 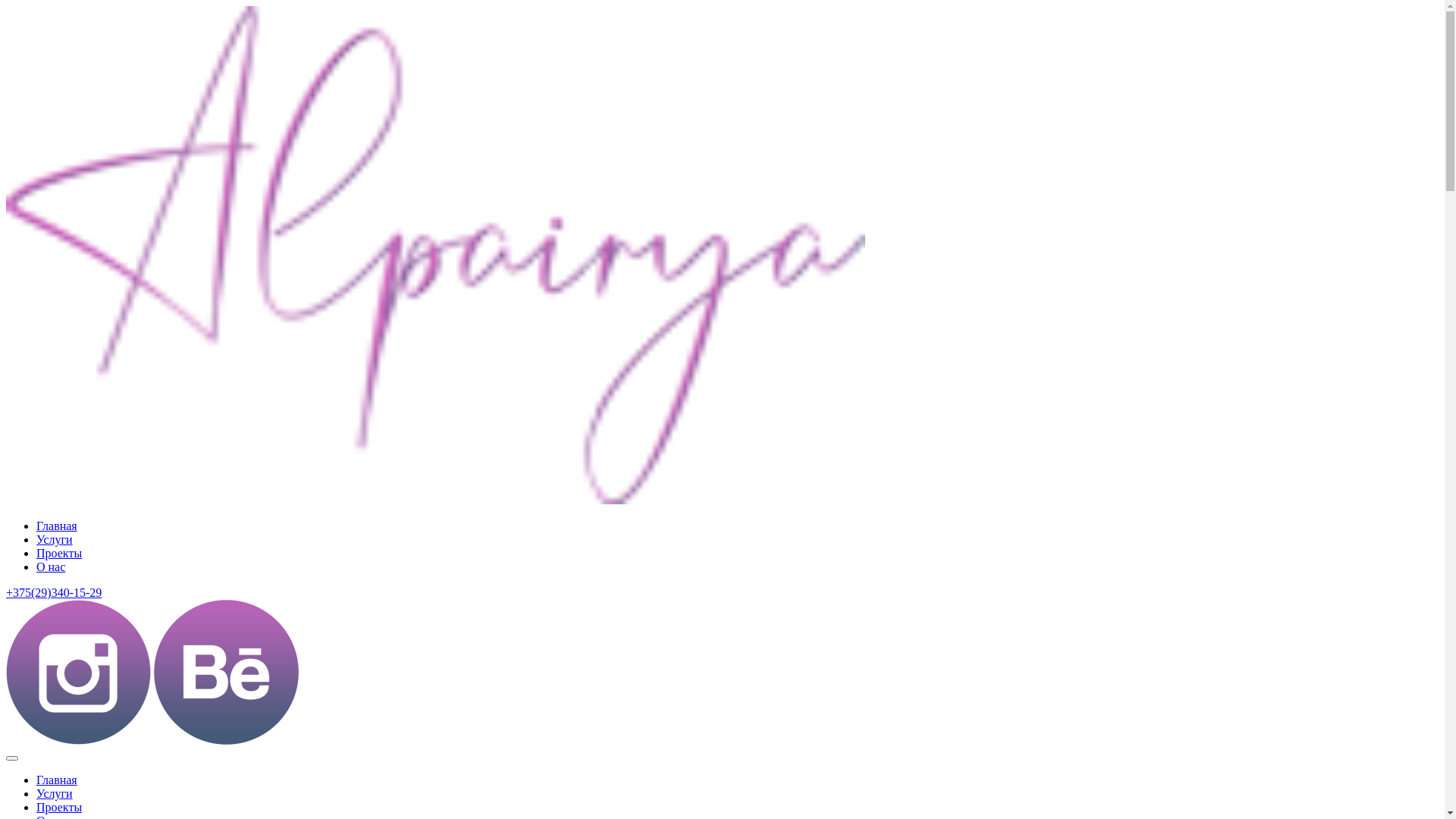 I want to click on '+375(29)340-15-29', so click(x=54, y=591).